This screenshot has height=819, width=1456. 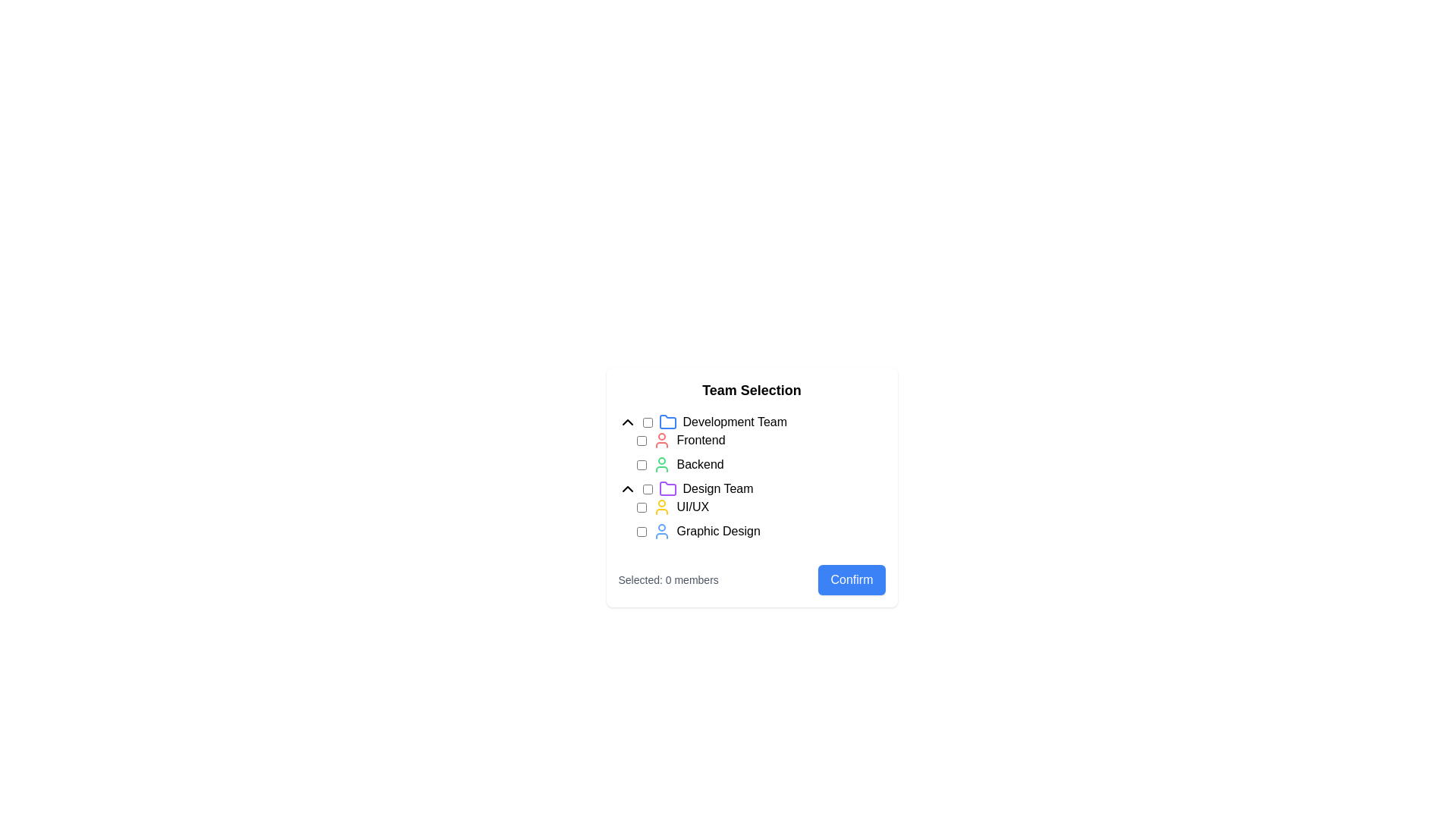 What do you see at coordinates (717, 531) in the screenshot?
I see `the text label displaying 'Graphic Design' located in the lower part of the 'Design Team' subsection, which is the last entry in the list` at bounding box center [717, 531].